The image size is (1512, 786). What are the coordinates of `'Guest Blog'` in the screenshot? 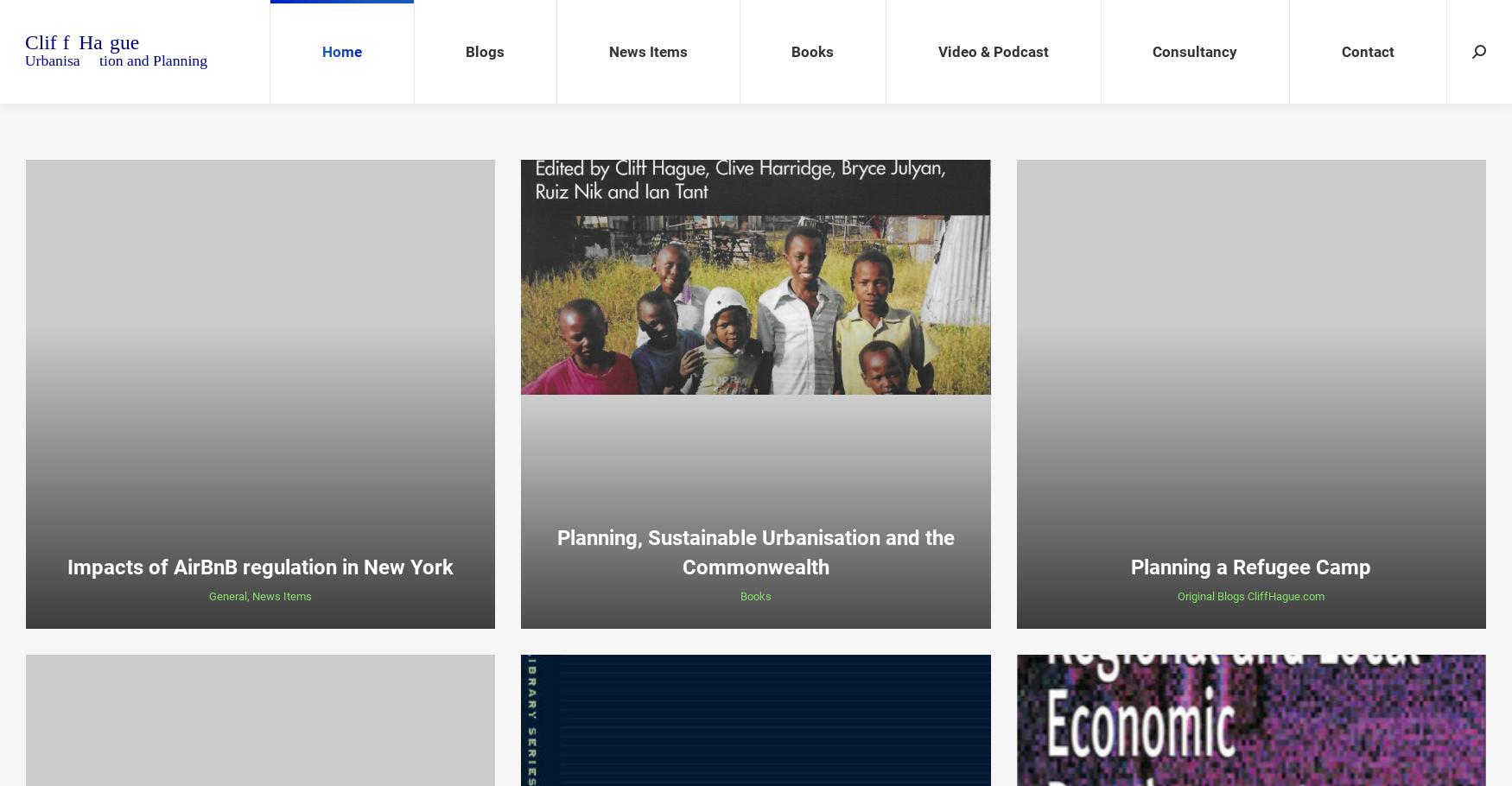 It's located at (457, 204).